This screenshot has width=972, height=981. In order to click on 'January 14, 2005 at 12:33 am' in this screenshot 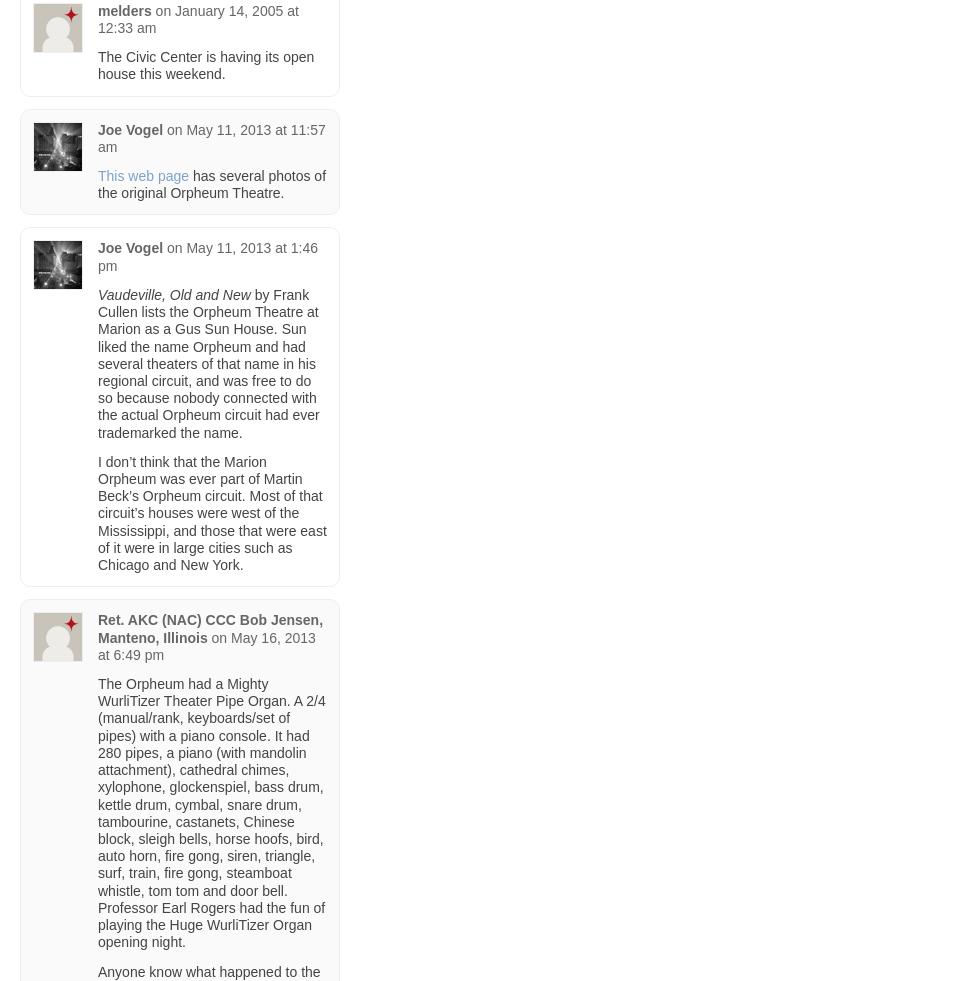, I will do `click(196, 17)`.